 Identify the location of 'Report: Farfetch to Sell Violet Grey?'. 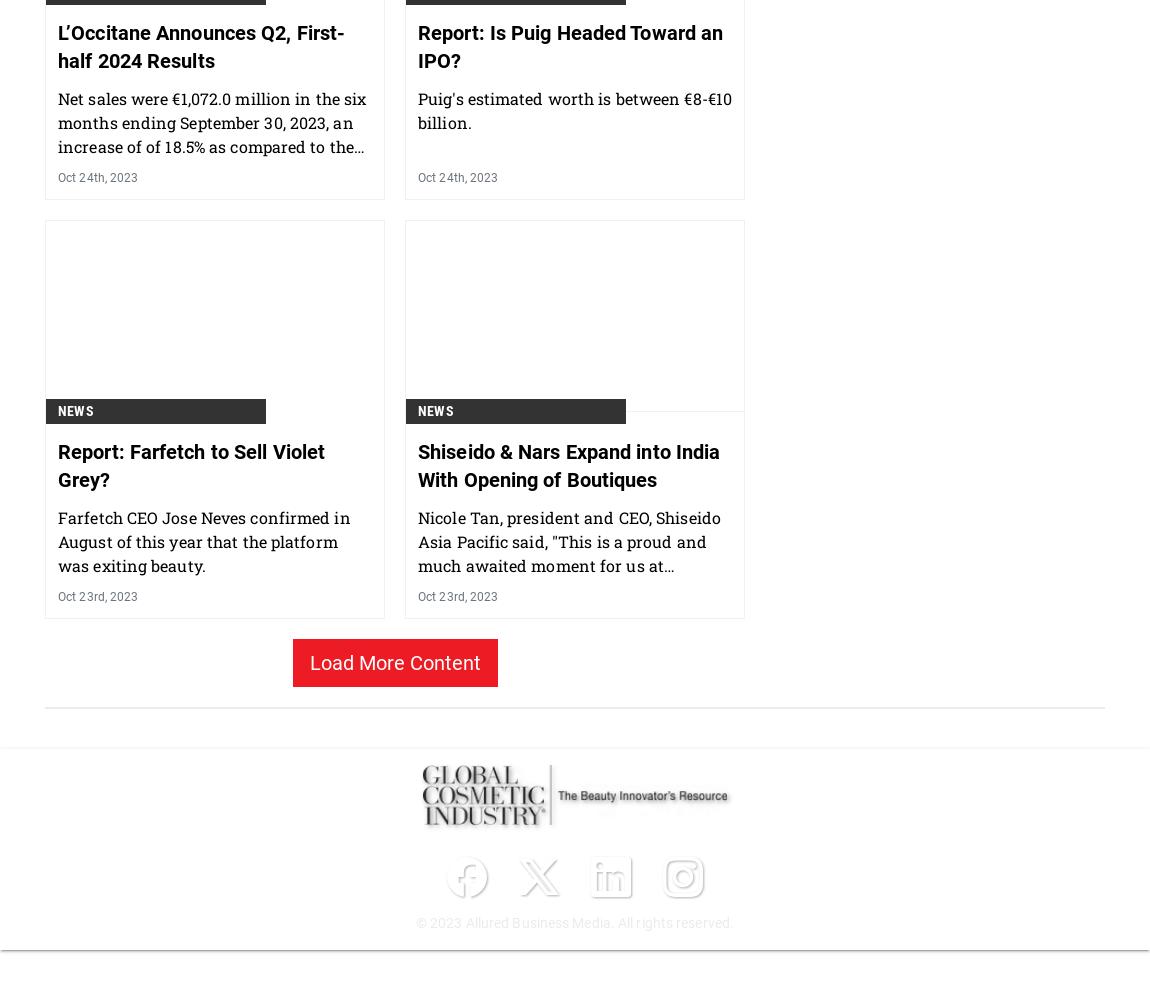
(190, 568).